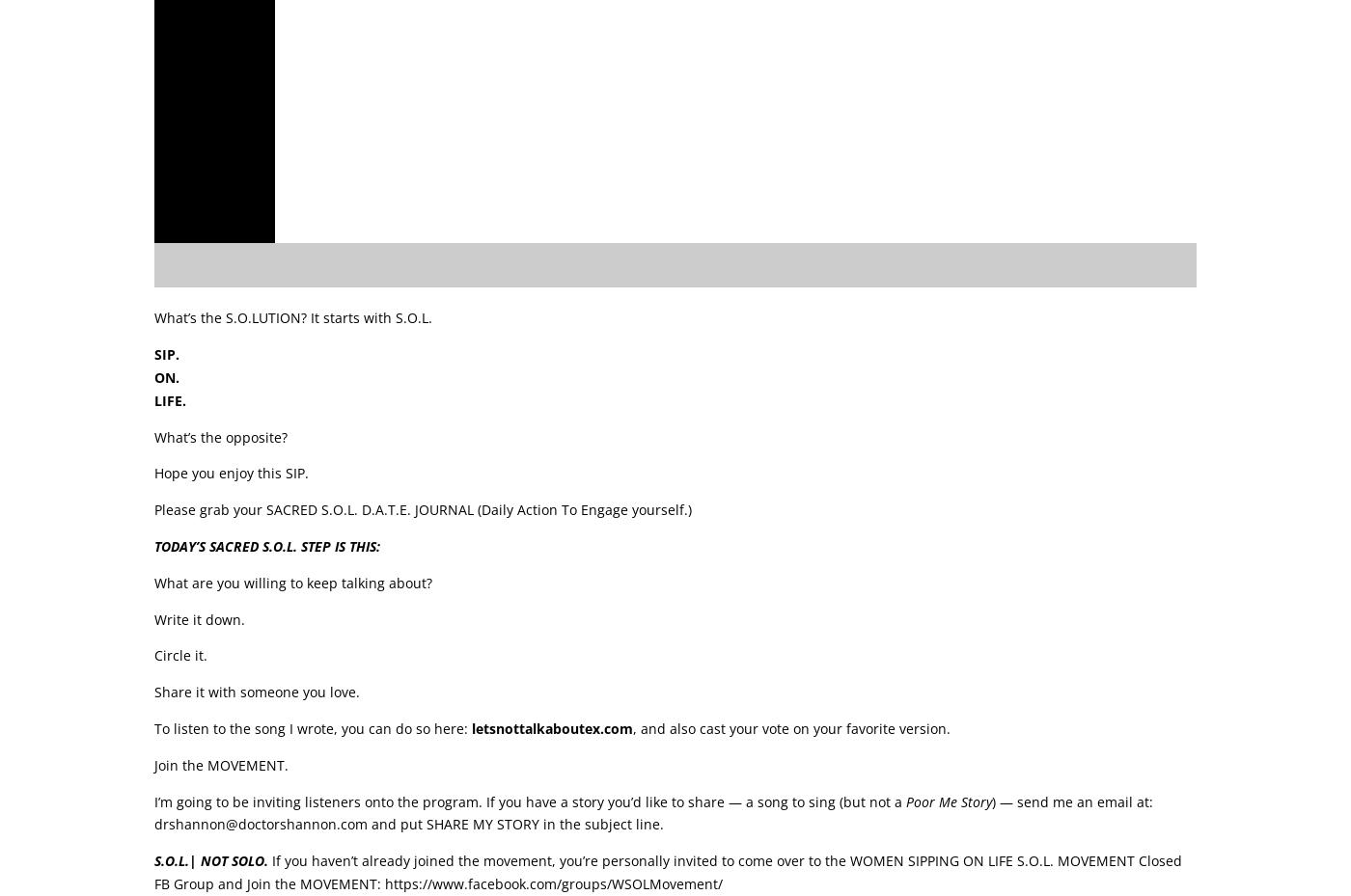 The height and width of the screenshot is (896, 1351). What do you see at coordinates (791, 726) in the screenshot?
I see `', and also cast your vote on your favorite version.'` at bounding box center [791, 726].